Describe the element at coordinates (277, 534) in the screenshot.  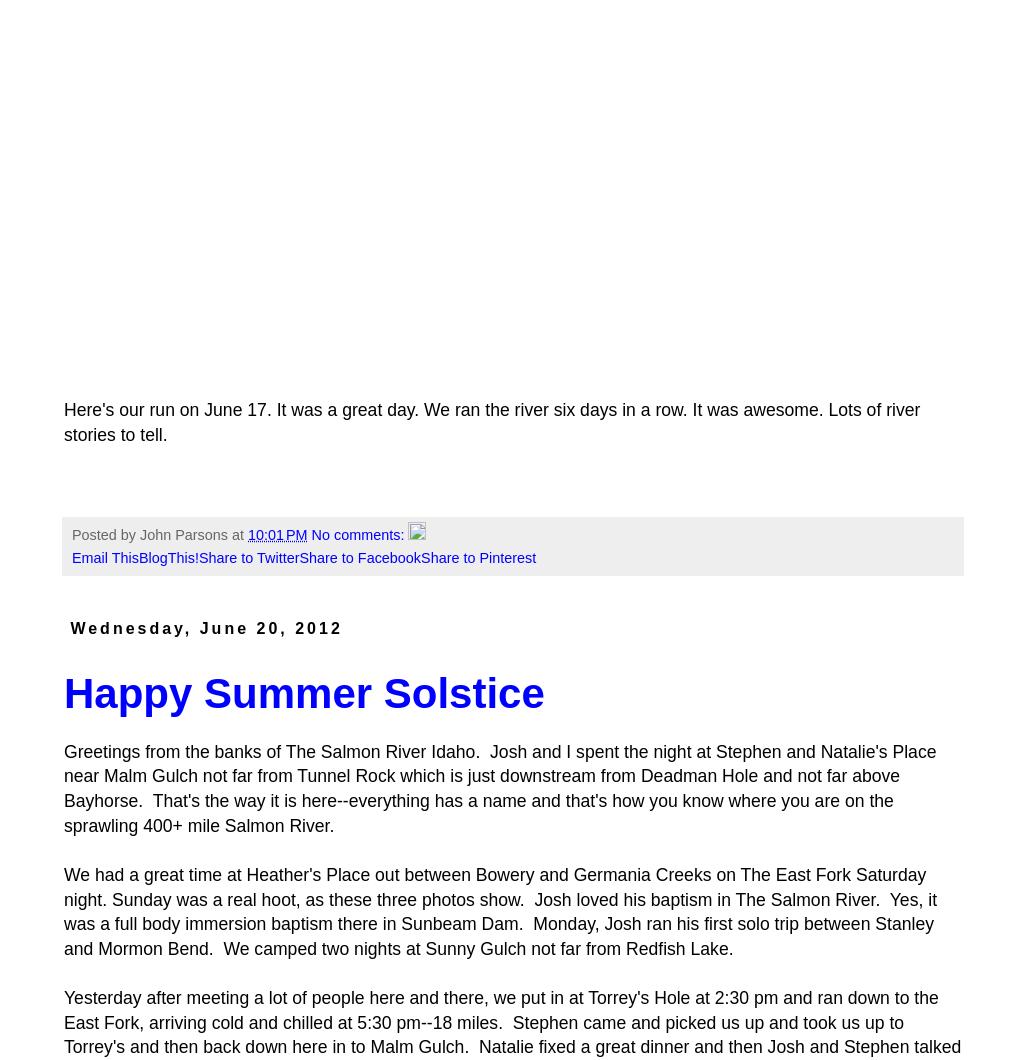
I see `'10:01 PM'` at that location.